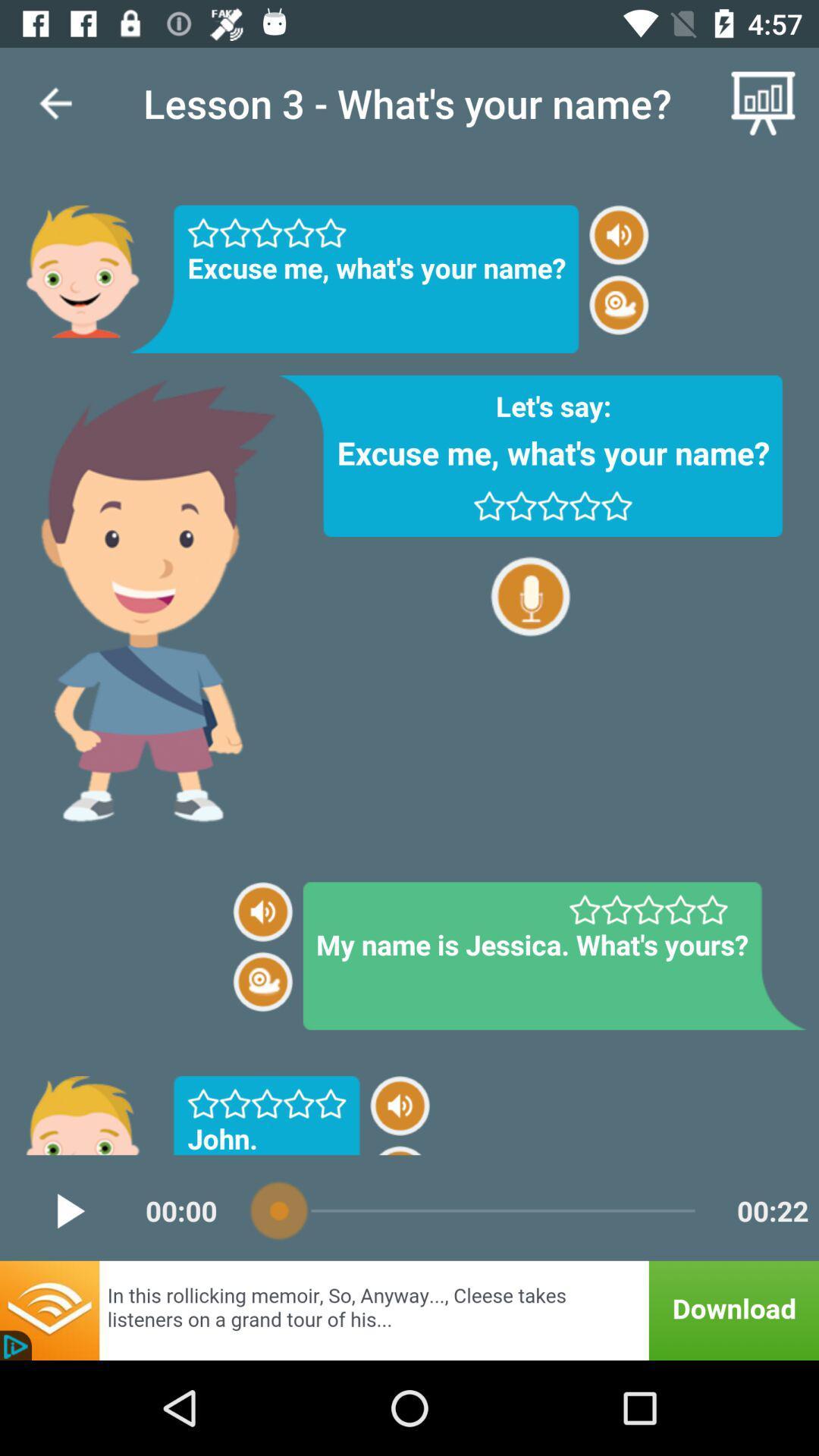 The height and width of the screenshot is (1456, 819). I want to click on the play icon, so click(67, 1210).